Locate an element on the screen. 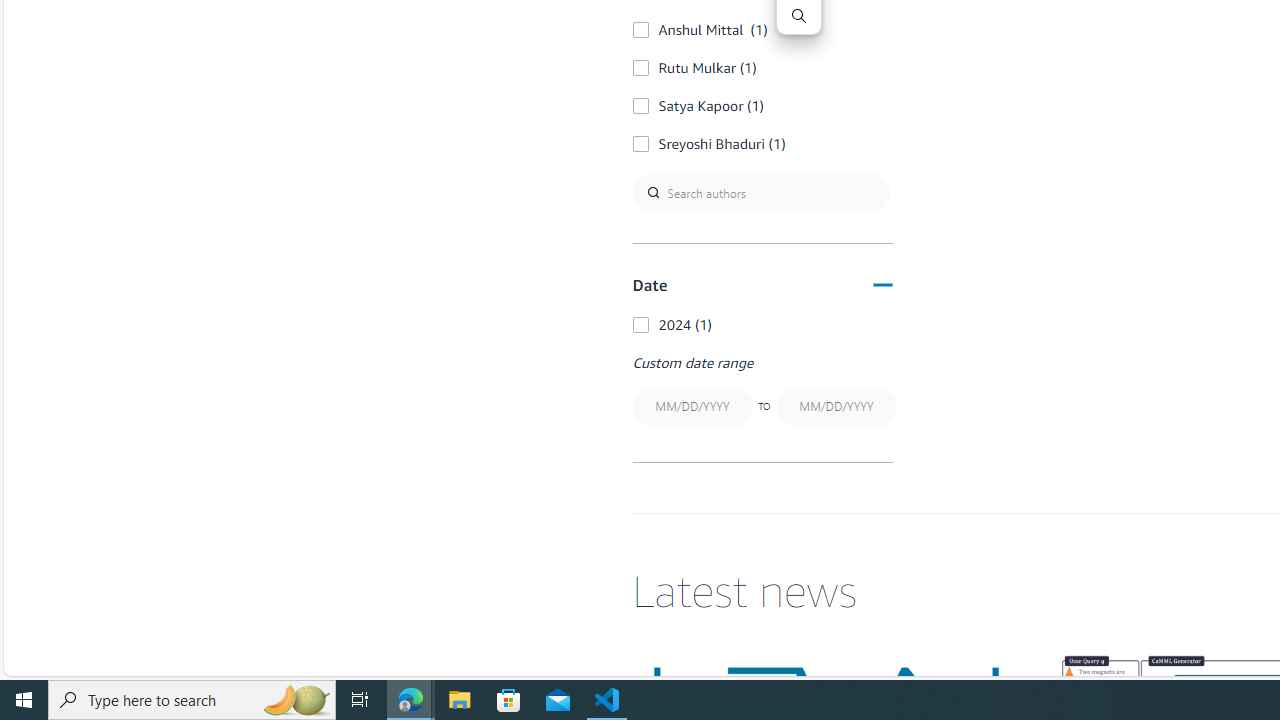 This screenshot has height=720, width=1280. 'Search' is located at coordinates (797, 15).